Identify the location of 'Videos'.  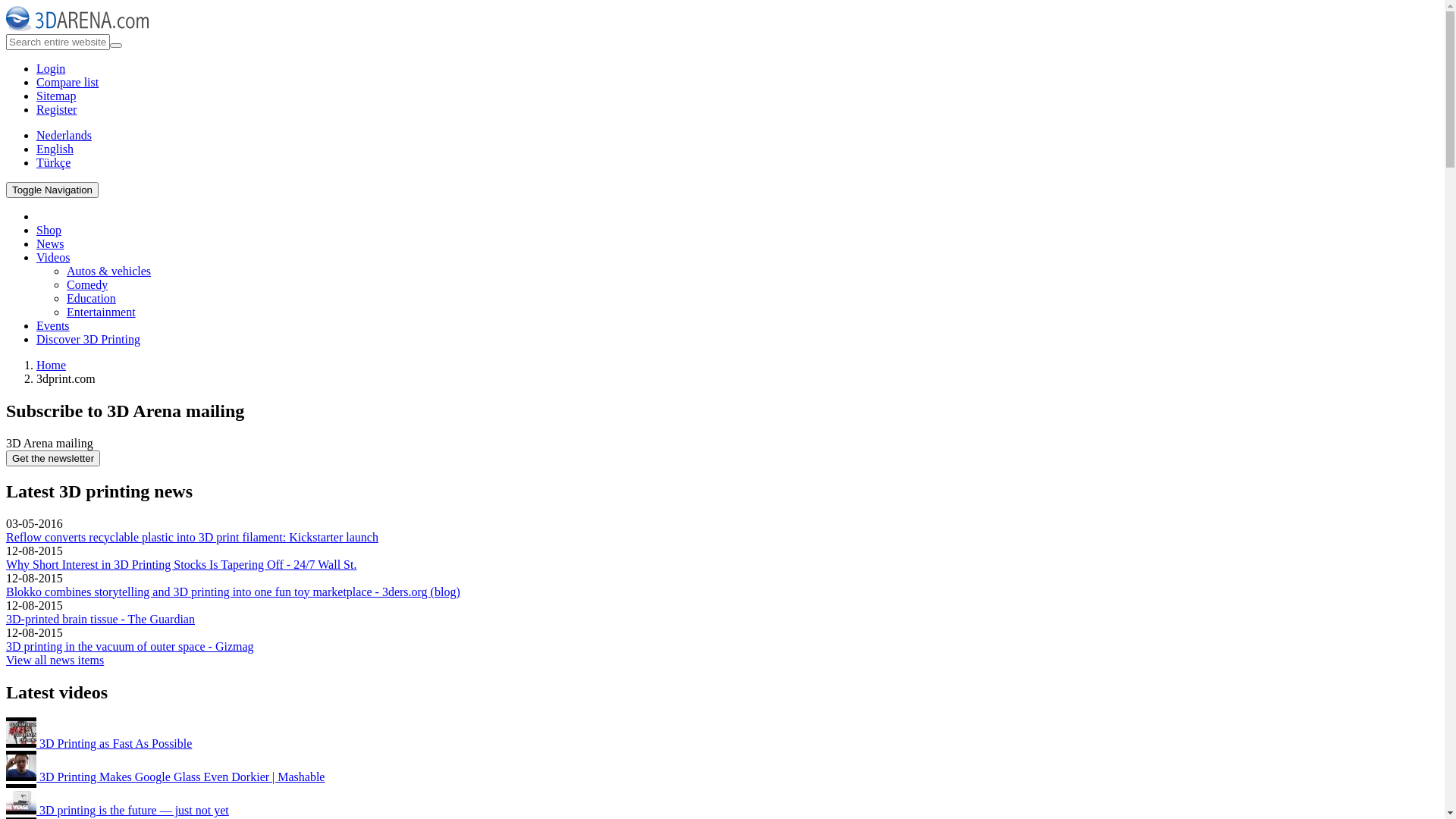
(36, 256).